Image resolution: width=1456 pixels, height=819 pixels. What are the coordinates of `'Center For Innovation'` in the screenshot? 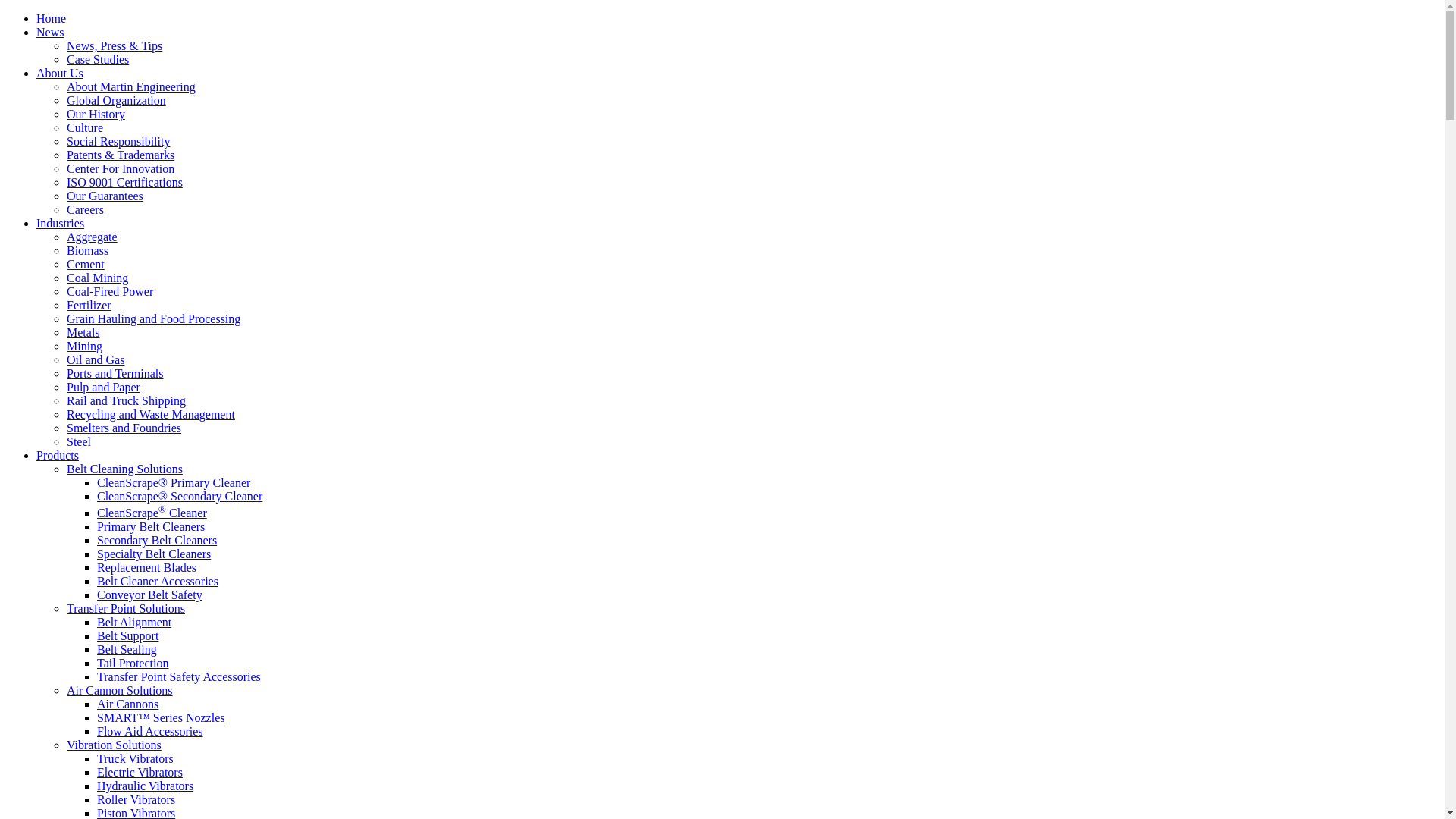 It's located at (65, 168).